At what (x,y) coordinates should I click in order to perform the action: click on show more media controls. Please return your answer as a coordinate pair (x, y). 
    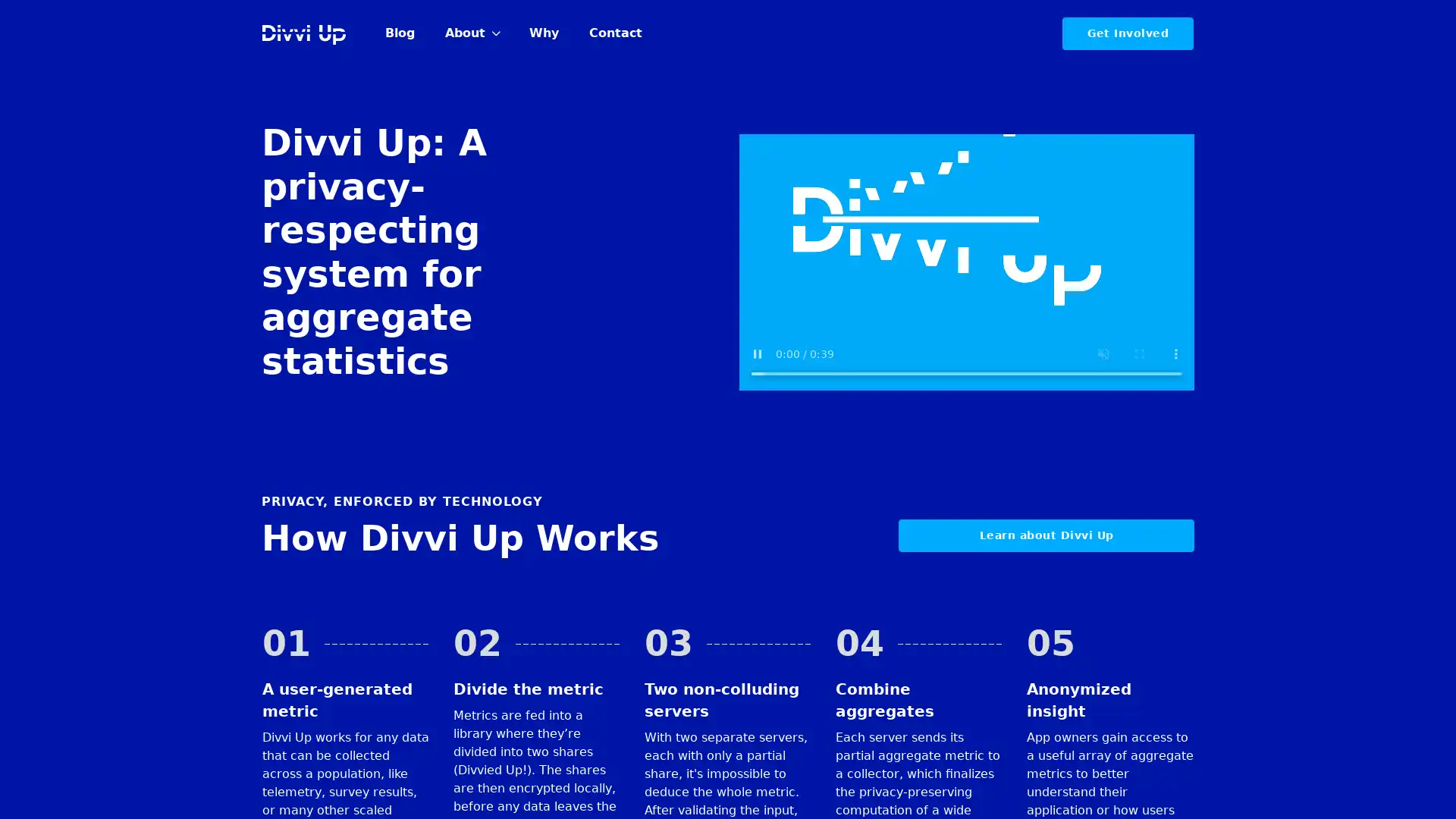
    Looking at the image, I should click on (1175, 353).